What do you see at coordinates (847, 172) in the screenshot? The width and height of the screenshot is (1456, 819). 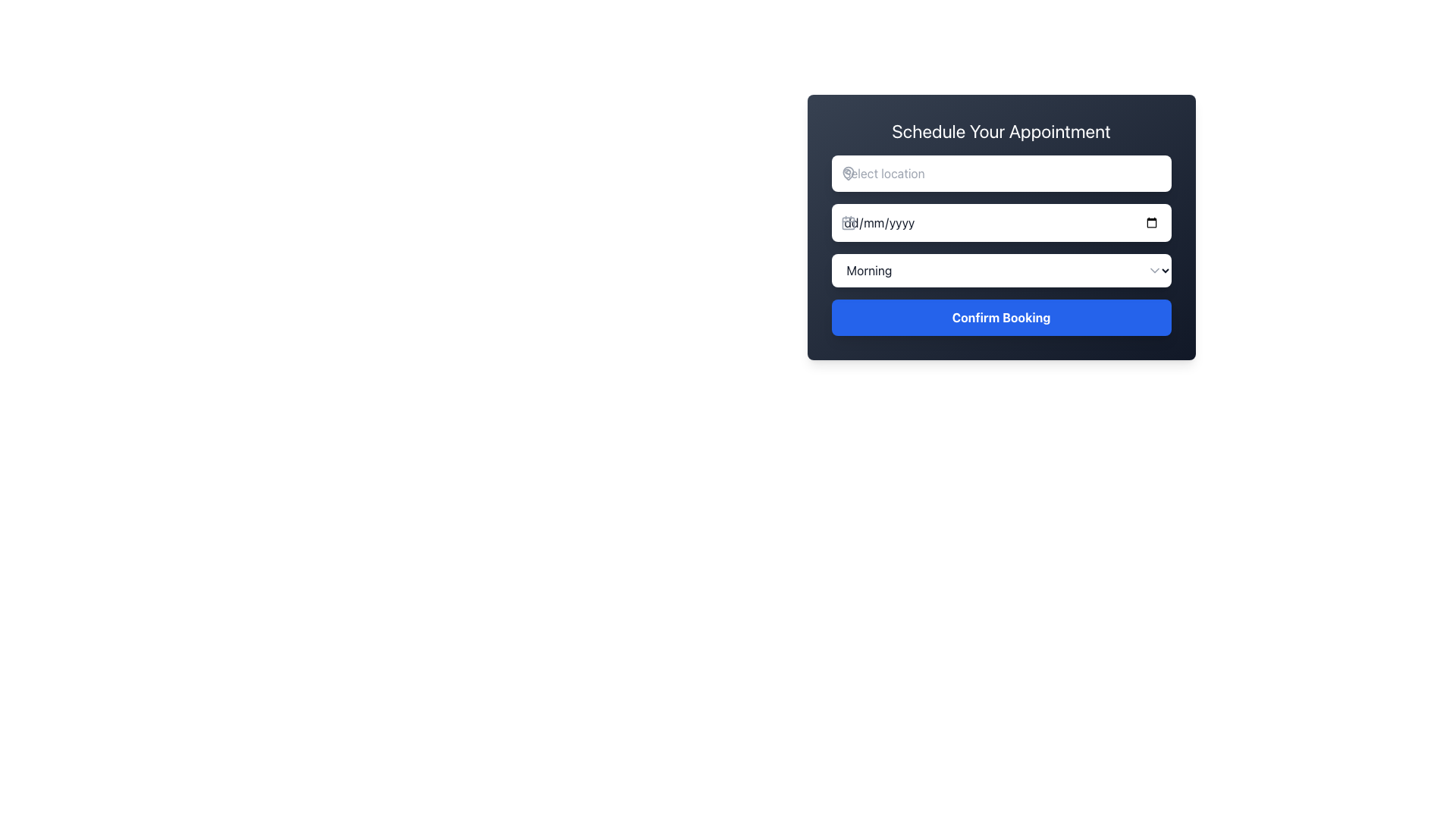 I see `the decorative map pin icon located in the input field for selecting a location, which is styled in gray with a rounded outline and a small circle inside` at bounding box center [847, 172].